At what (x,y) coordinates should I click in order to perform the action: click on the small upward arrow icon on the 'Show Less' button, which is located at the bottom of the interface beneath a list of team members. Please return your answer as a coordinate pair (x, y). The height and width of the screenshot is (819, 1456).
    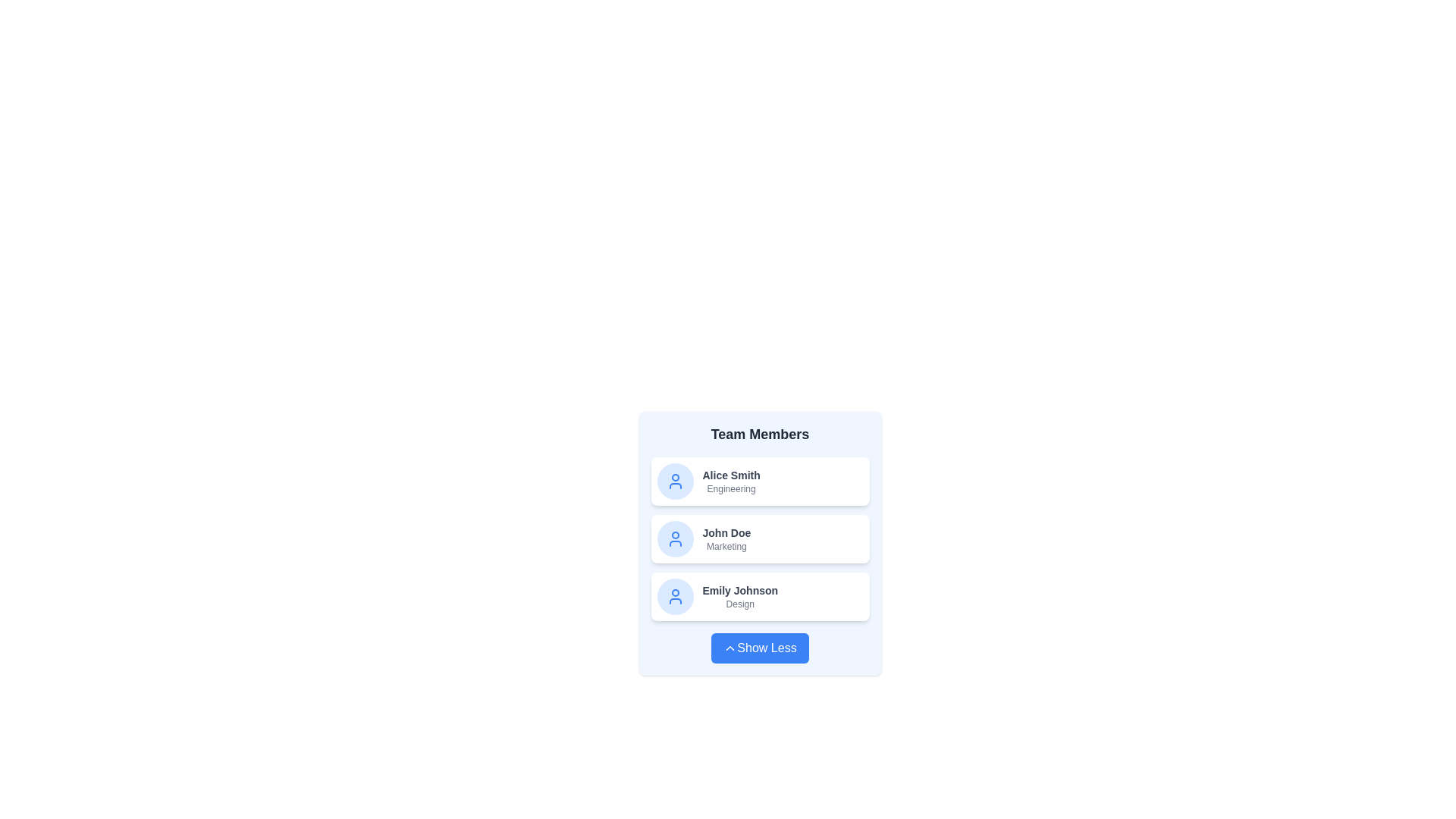
    Looking at the image, I should click on (730, 648).